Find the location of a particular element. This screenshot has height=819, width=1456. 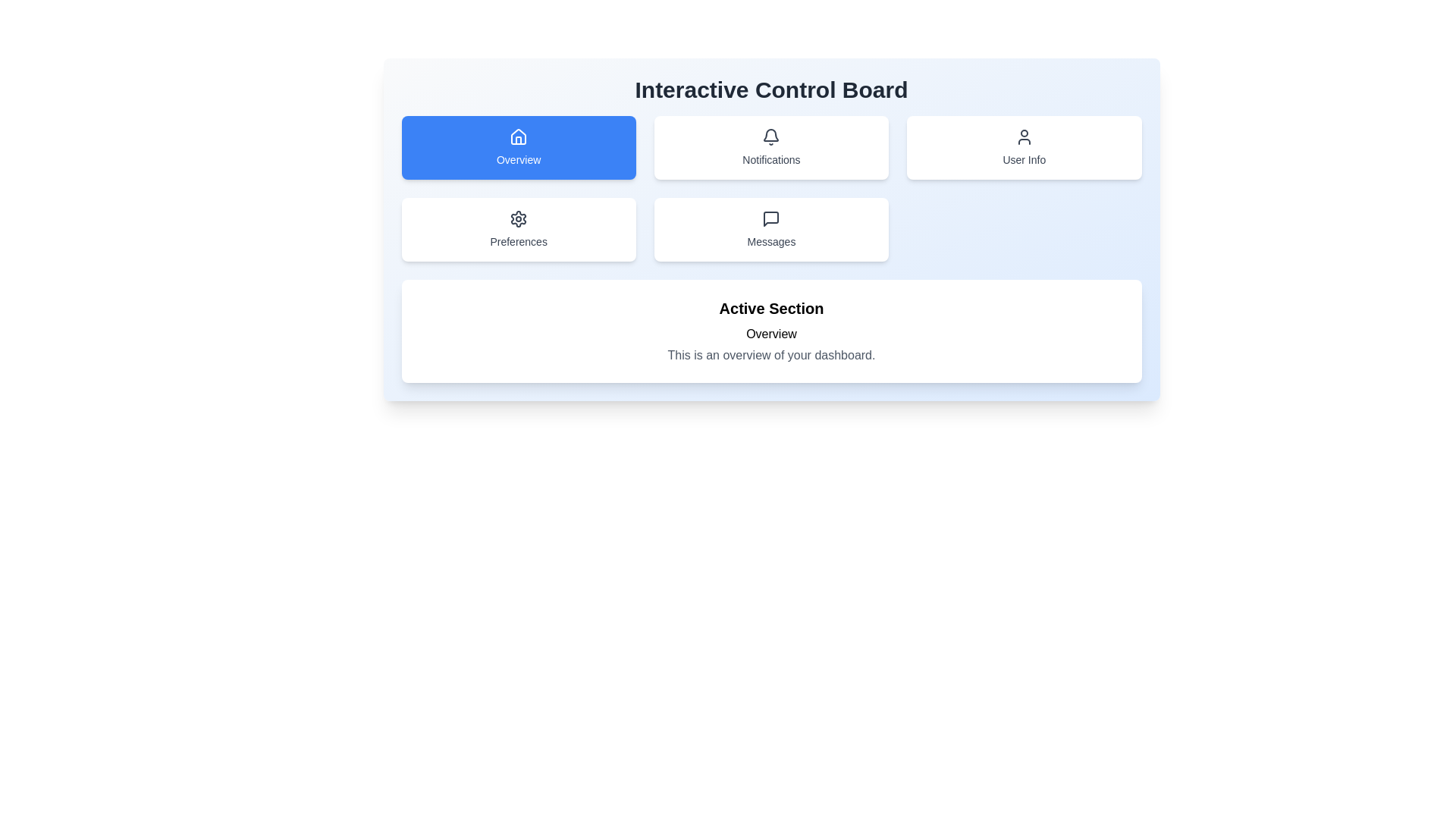

the messages icon located in the Messages section of the user dashboard, which represents the chat functionality is located at coordinates (771, 219).